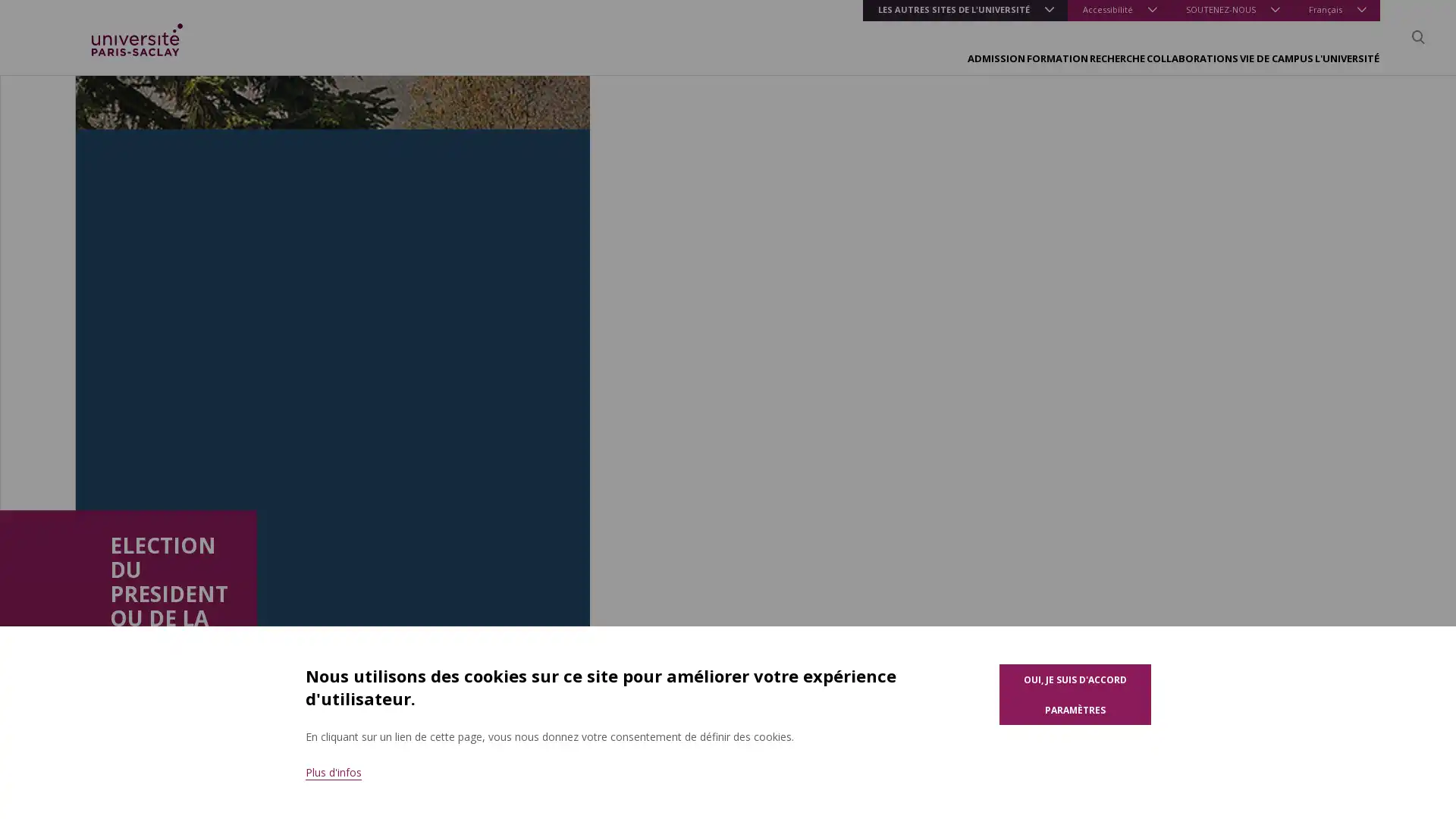 The width and height of the screenshot is (1456, 819). Describe the element at coordinates (1081, 52) in the screenshot. I see `COLLABORATIONS` at that location.